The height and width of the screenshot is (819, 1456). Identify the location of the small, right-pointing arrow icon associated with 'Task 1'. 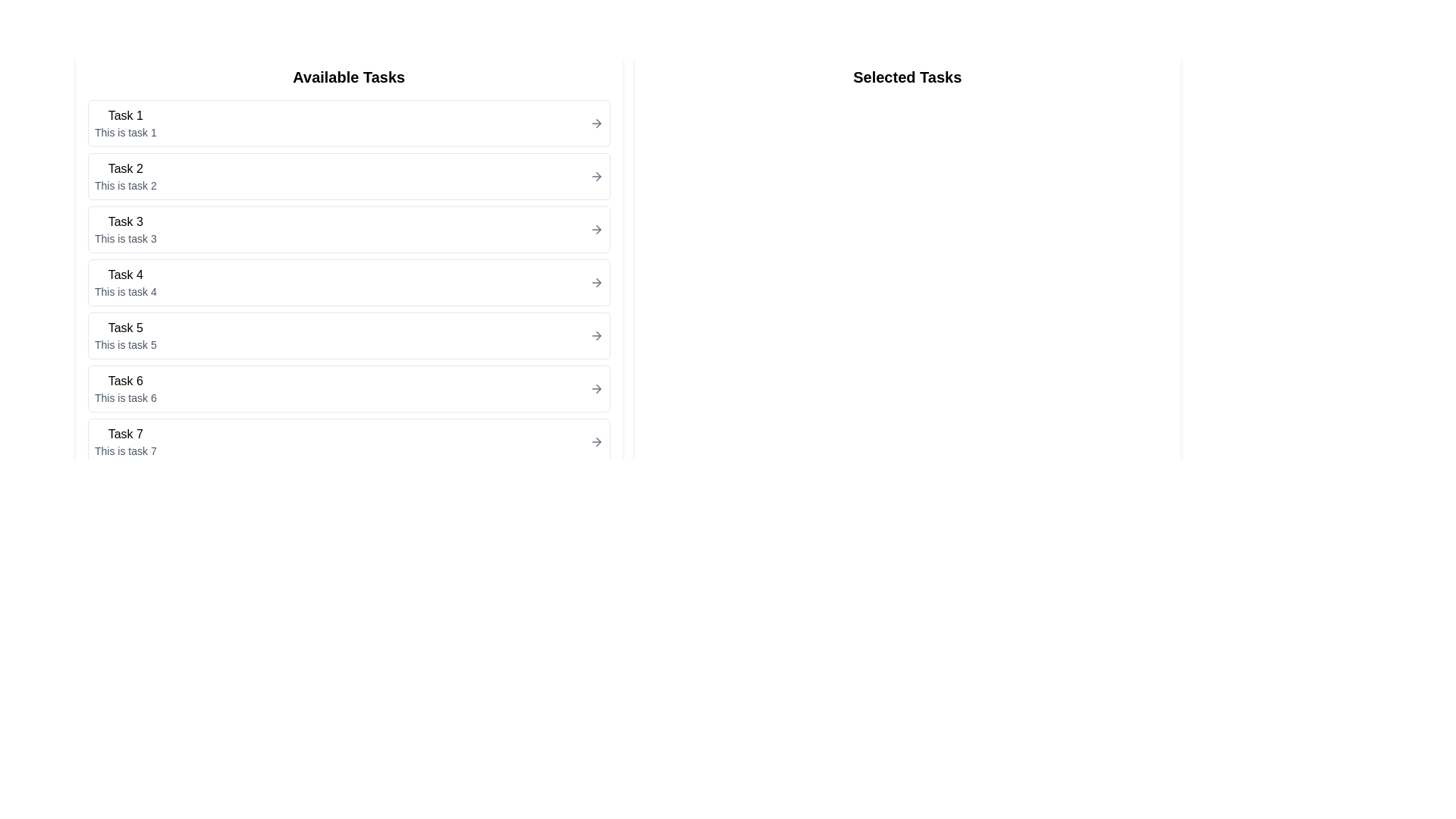
(595, 122).